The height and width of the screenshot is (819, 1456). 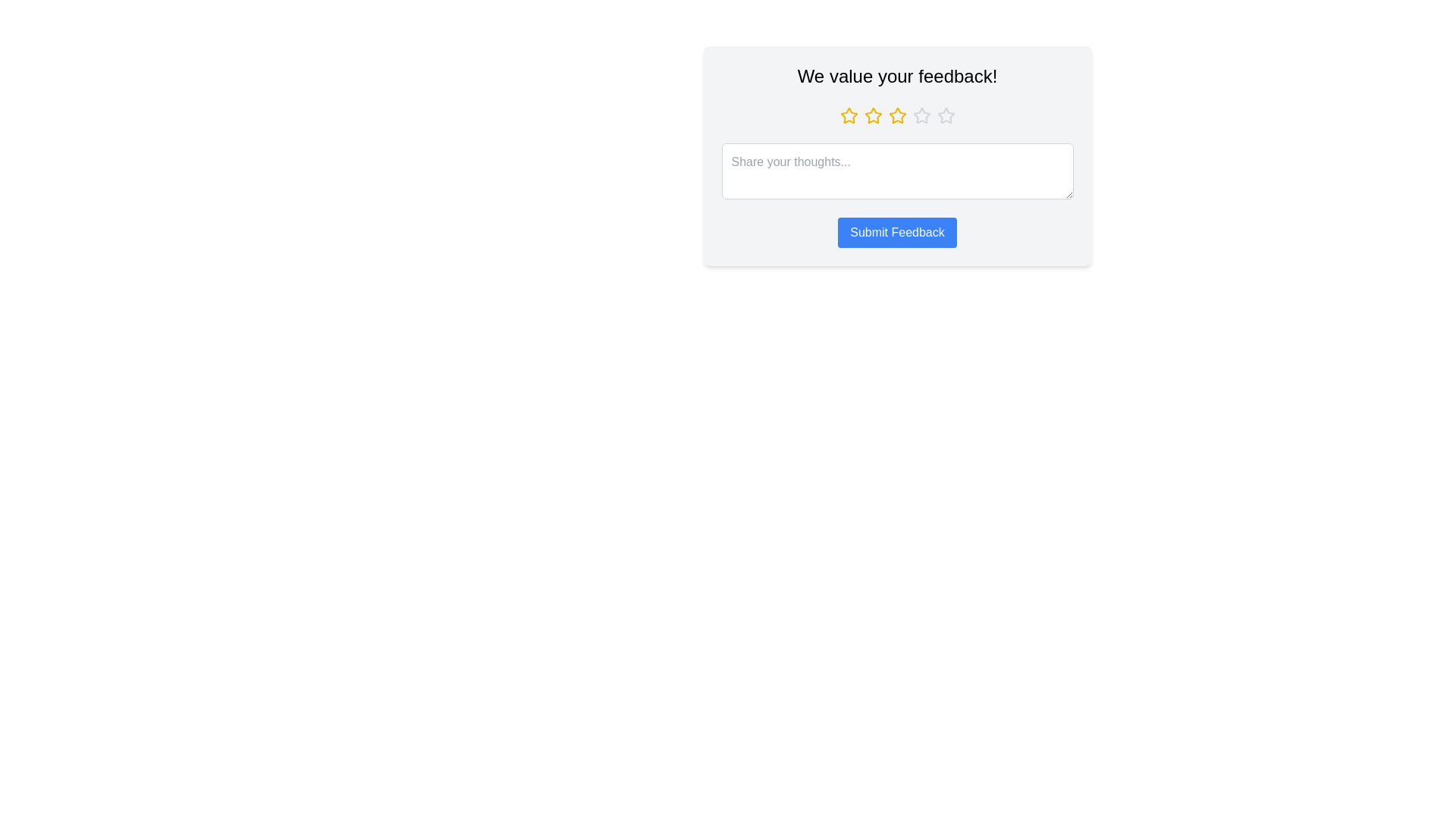 What do you see at coordinates (945, 115) in the screenshot?
I see `the fifth star-shaped interactive icon in the rating system` at bounding box center [945, 115].